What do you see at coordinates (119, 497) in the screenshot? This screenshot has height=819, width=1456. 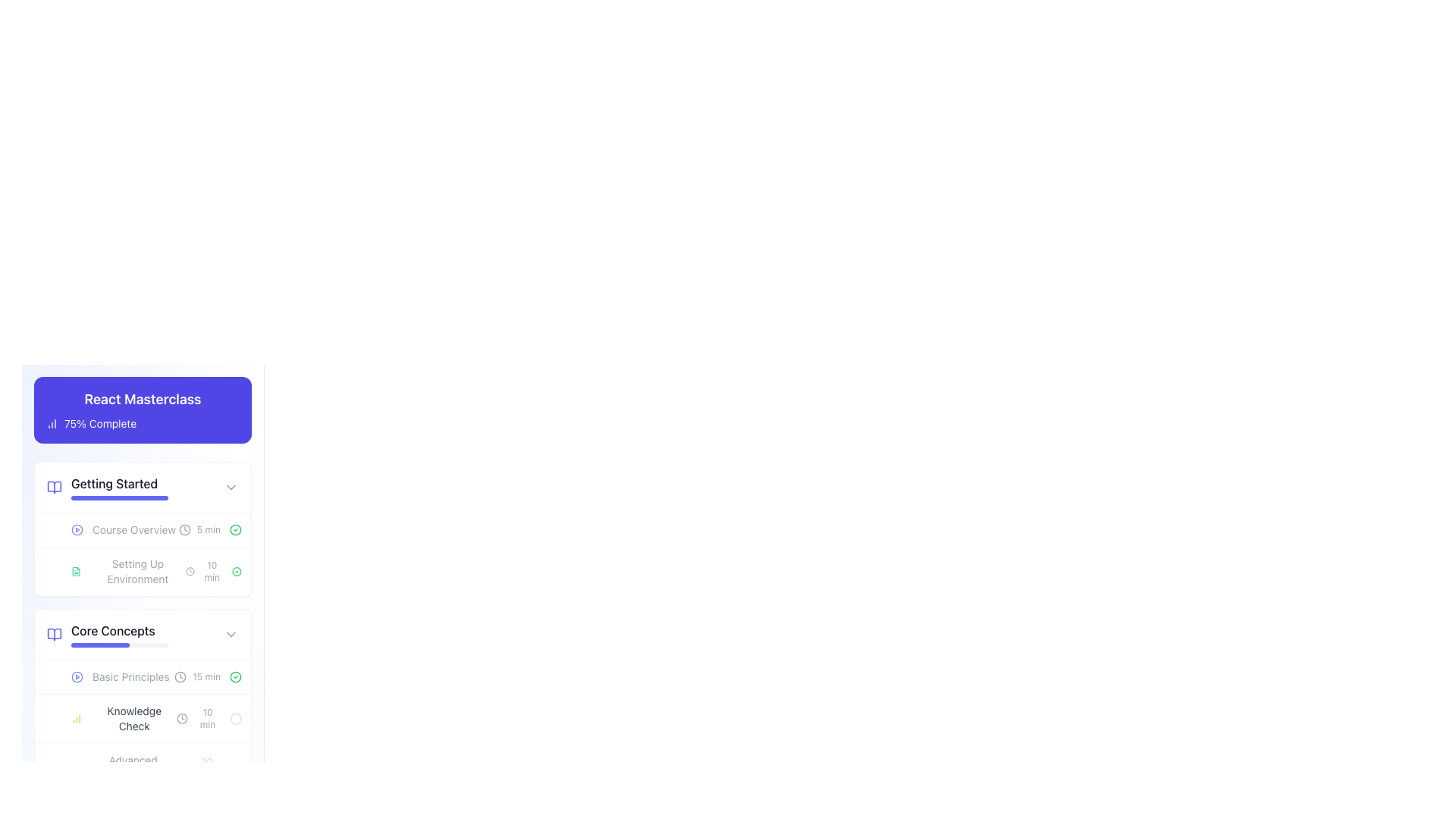 I see `the progress bar located directly beneath the 'Getting Started' text, which visually represents the completion progress of this section` at bounding box center [119, 497].